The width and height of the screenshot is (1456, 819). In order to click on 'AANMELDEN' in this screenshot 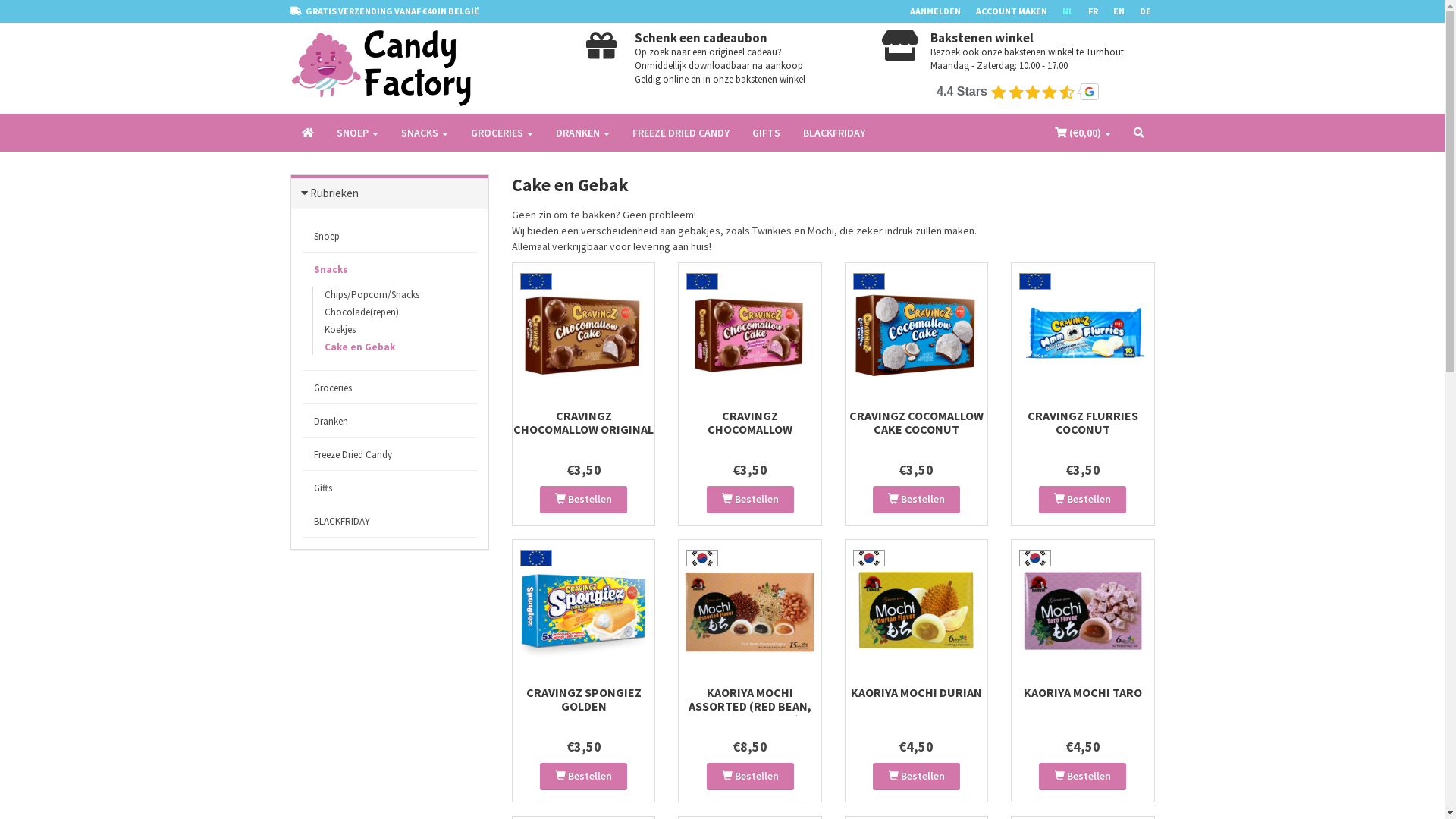, I will do `click(942, 11)`.